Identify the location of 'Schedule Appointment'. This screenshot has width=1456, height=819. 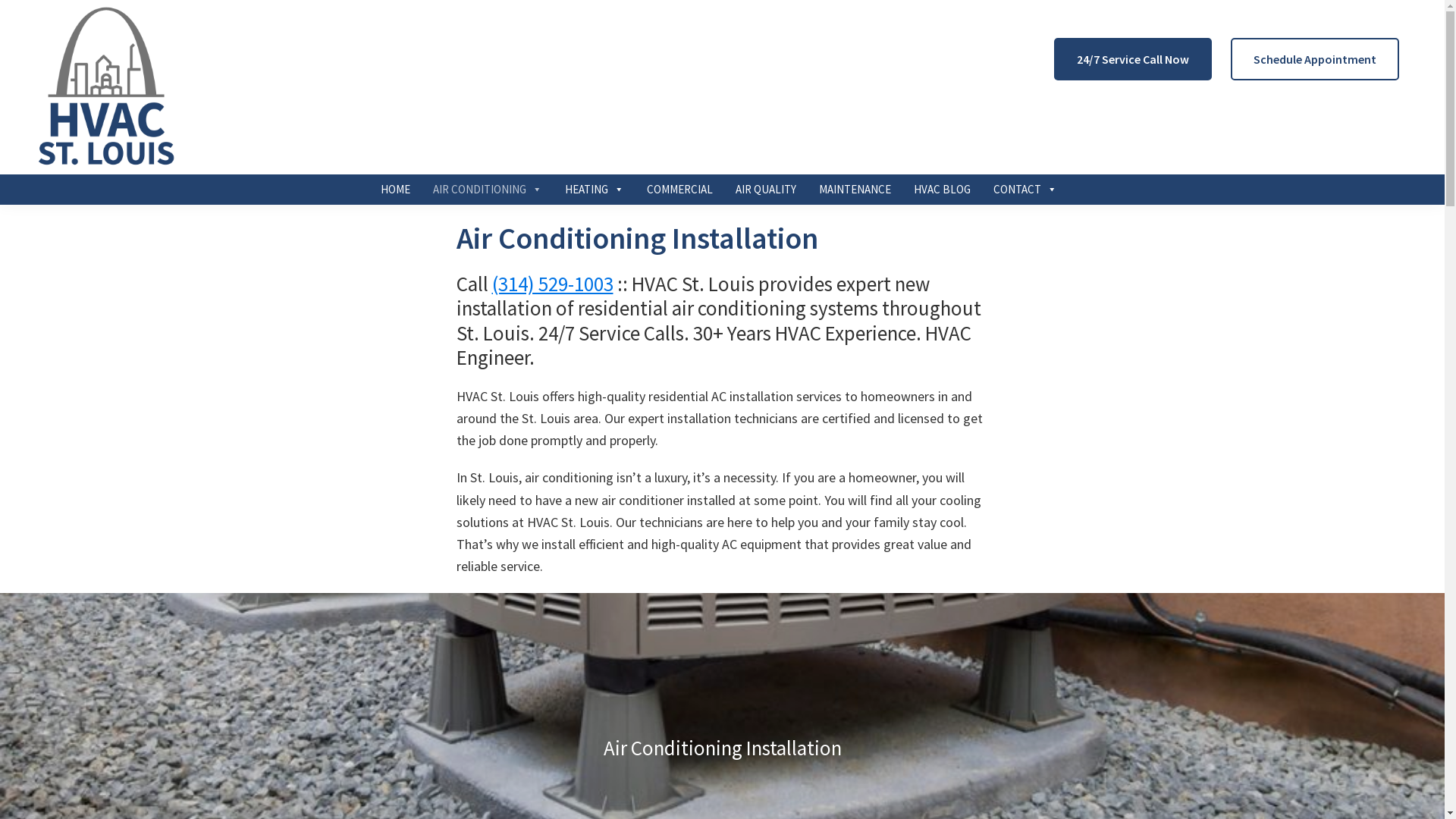
(1313, 58).